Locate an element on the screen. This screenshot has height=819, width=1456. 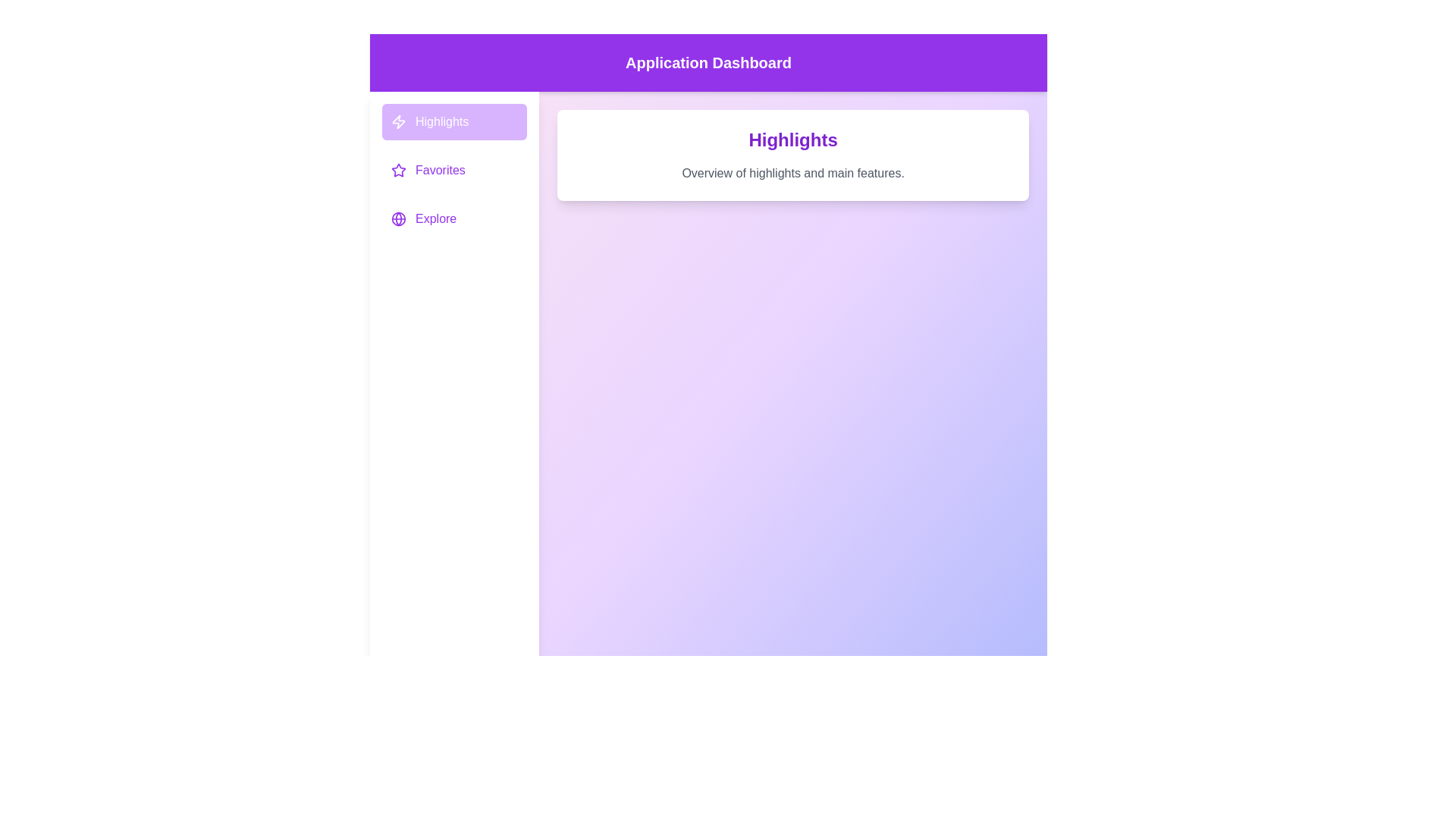
the menu item Favorites to view its corresponding content is located at coordinates (453, 170).